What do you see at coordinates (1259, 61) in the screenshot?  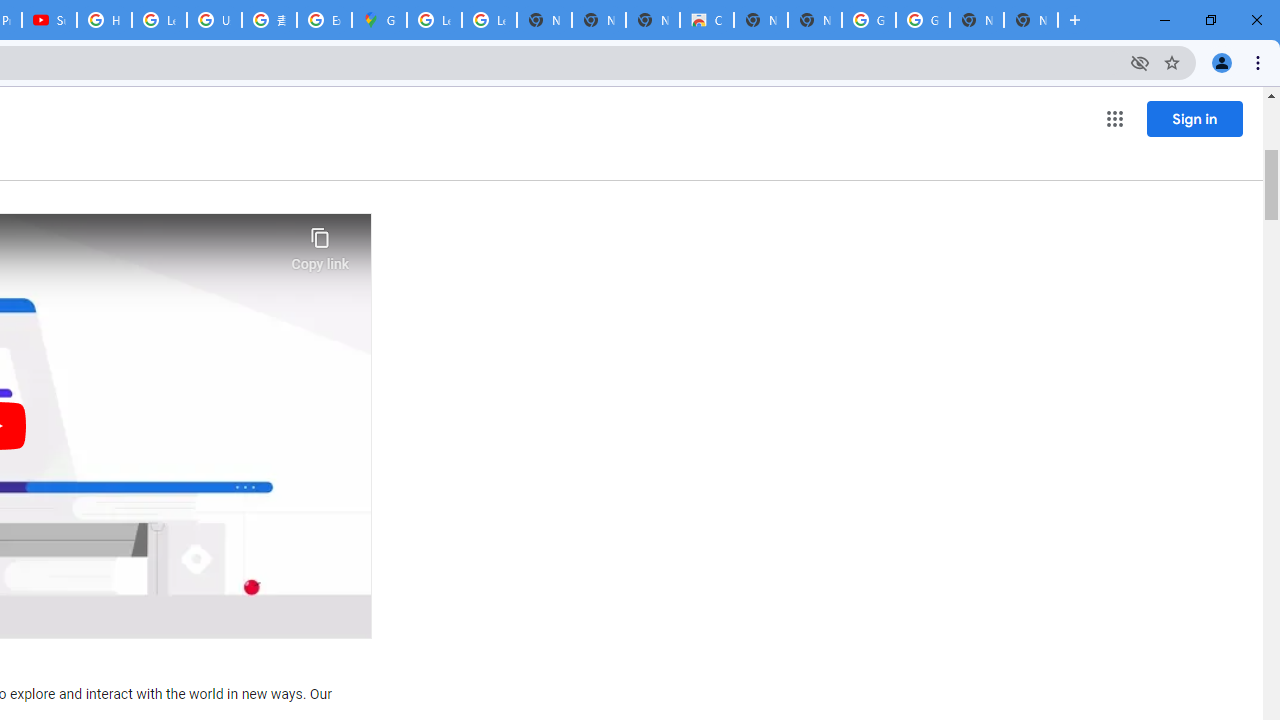 I see `'Chrome'` at bounding box center [1259, 61].